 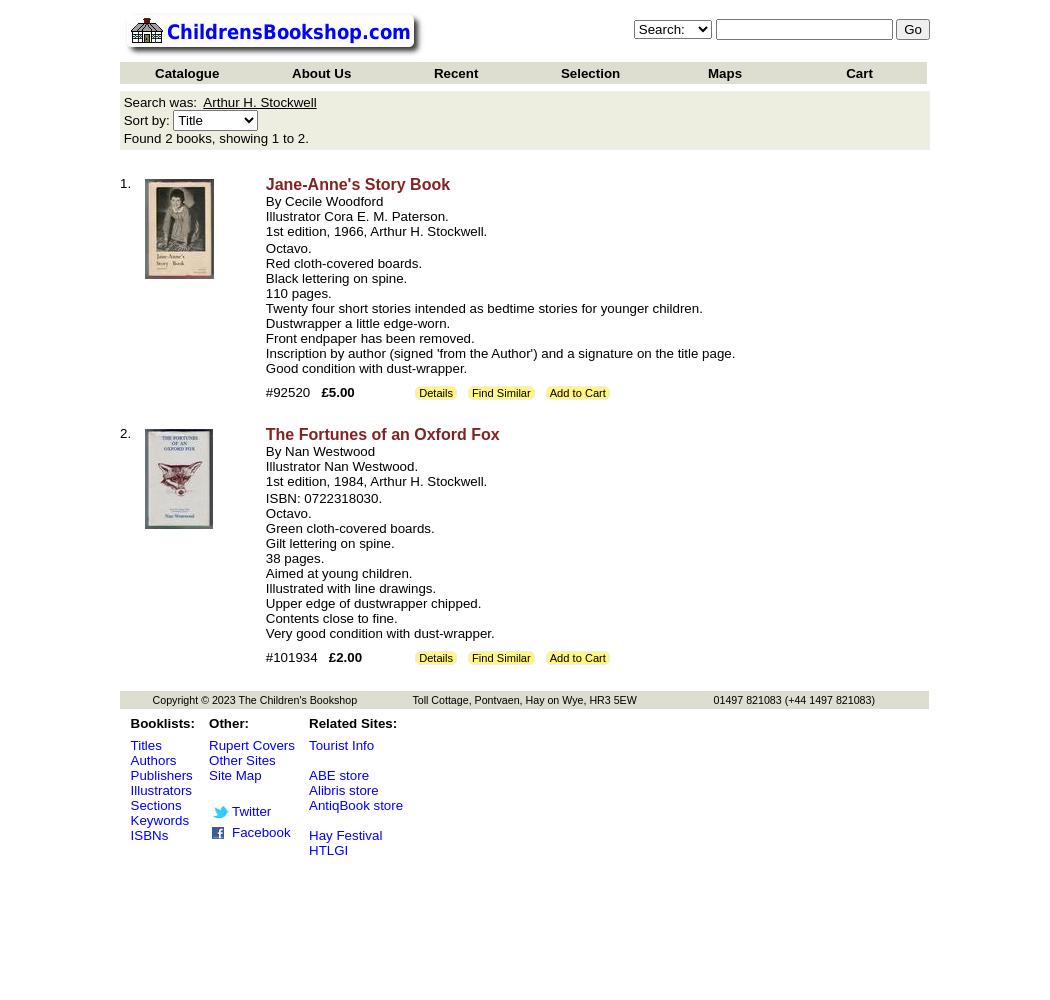 I want to click on 'Publishers', so click(x=160, y=775).